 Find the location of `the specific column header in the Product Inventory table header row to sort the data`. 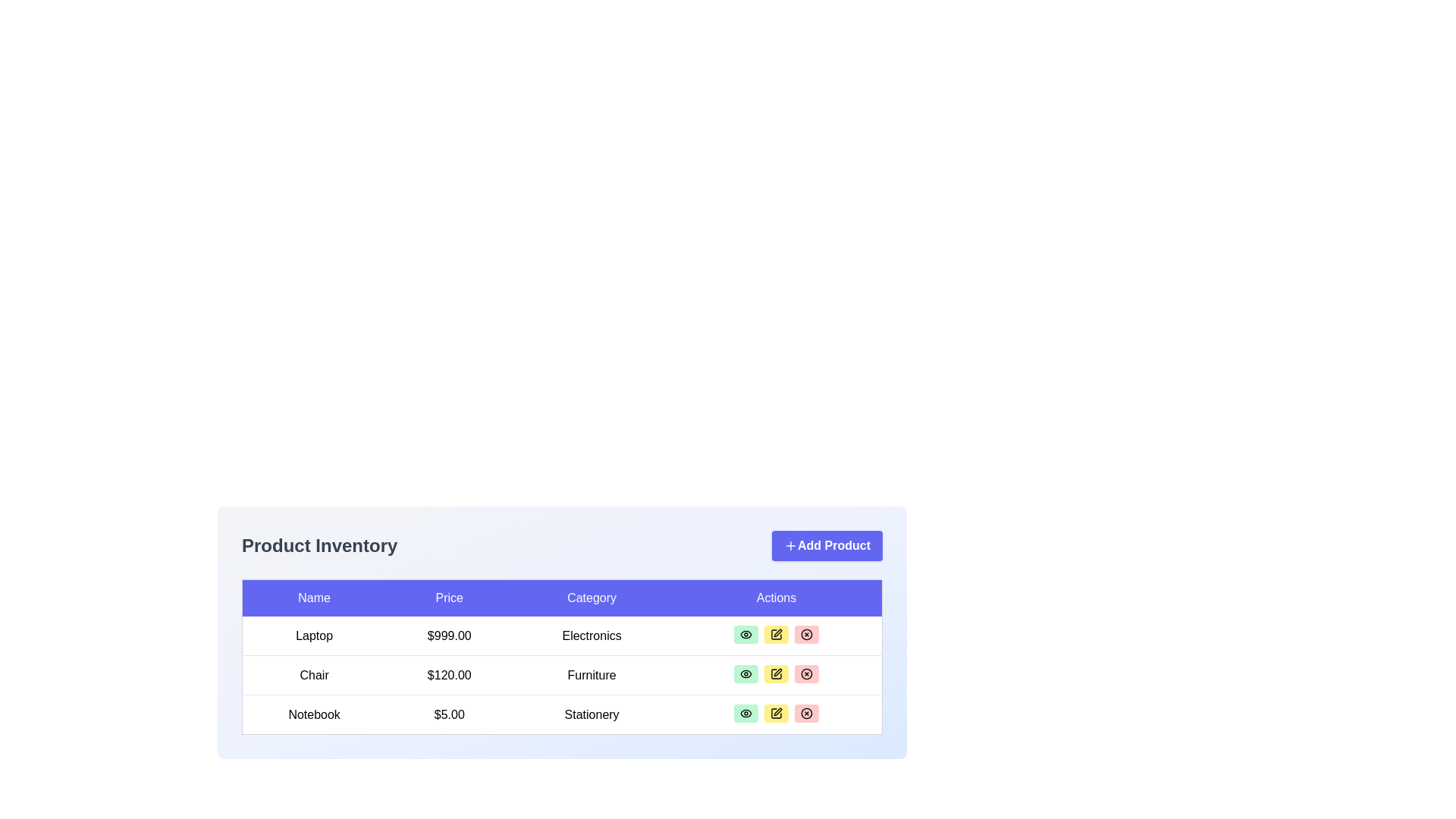

the specific column header in the Product Inventory table header row to sort the data is located at coordinates (561, 597).